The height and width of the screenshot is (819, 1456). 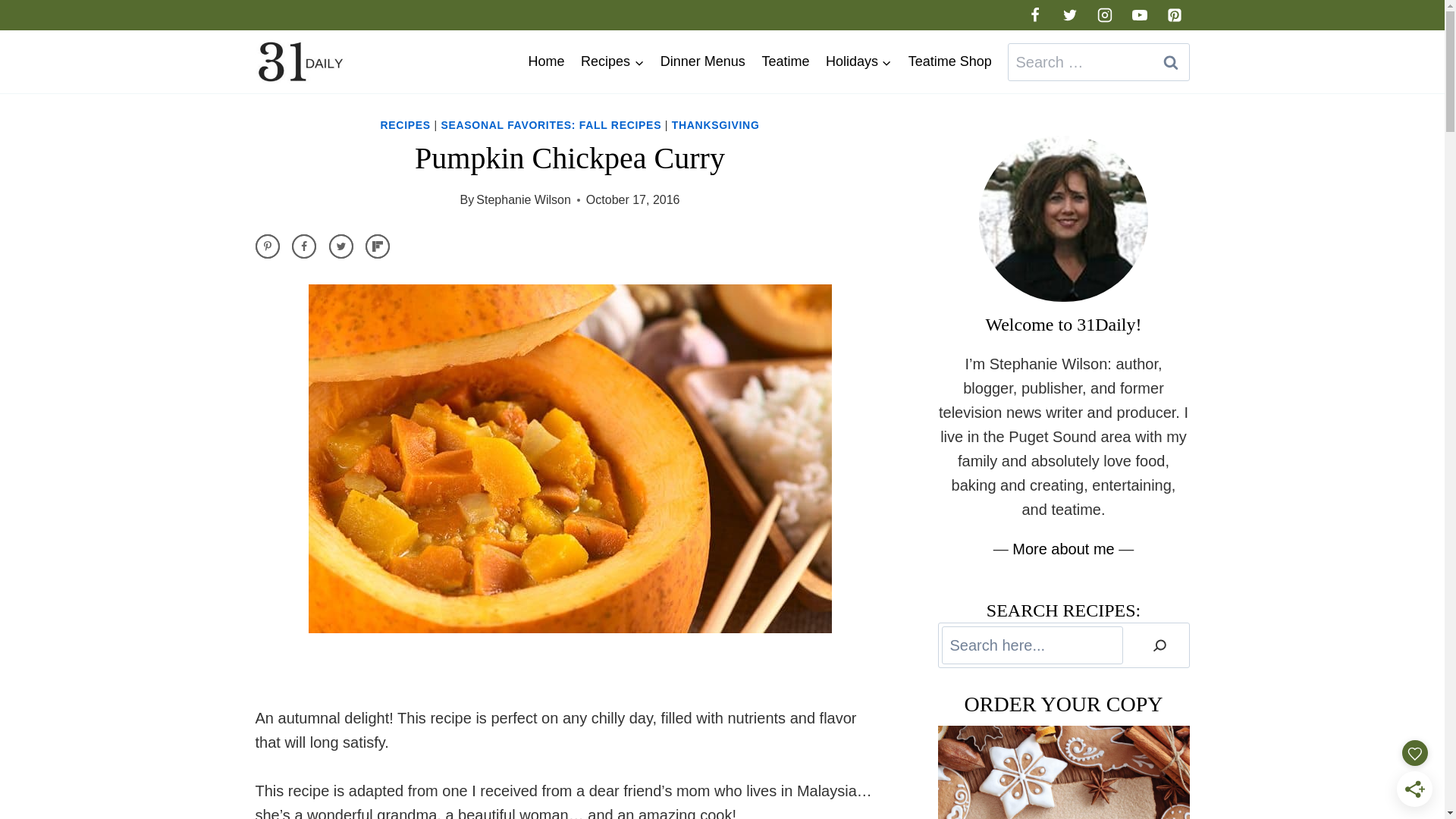 I want to click on 'Teatime', so click(x=753, y=61).